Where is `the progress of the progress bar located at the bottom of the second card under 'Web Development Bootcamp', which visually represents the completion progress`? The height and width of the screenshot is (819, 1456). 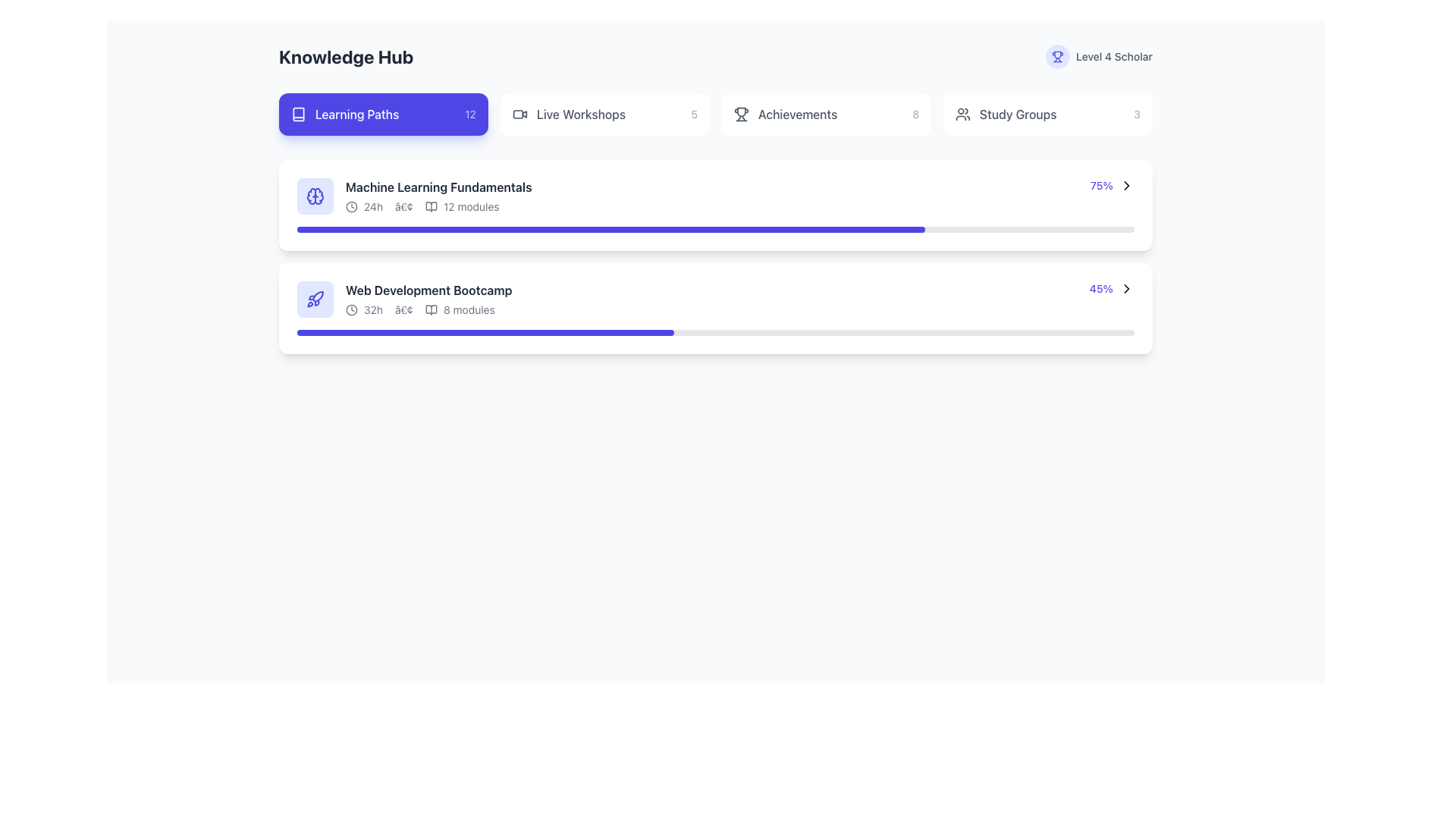
the progress of the progress bar located at the bottom of the second card under 'Web Development Bootcamp', which visually represents the completion progress is located at coordinates (715, 332).